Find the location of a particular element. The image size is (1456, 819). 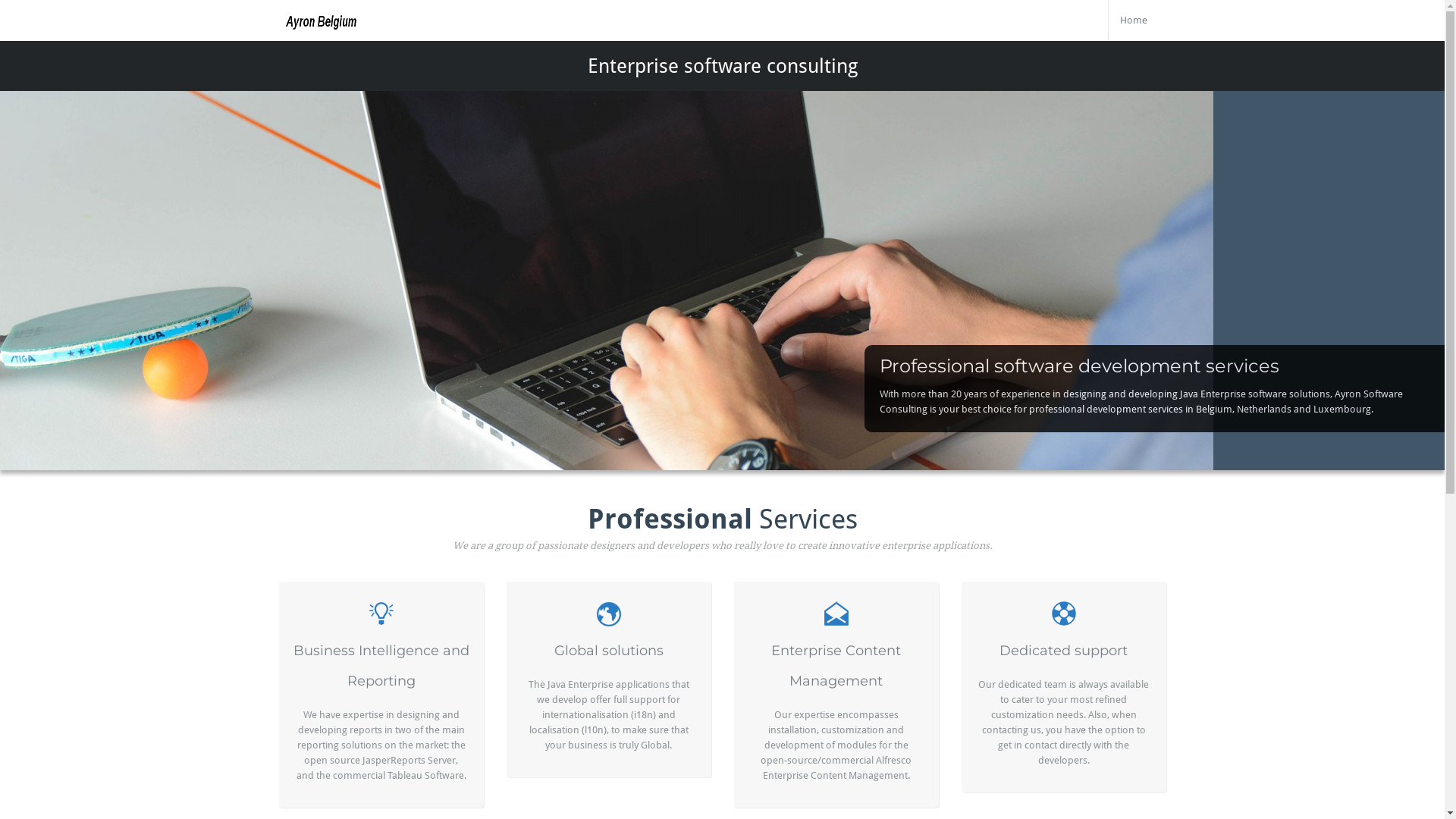

'Home' is located at coordinates (1109, 20).